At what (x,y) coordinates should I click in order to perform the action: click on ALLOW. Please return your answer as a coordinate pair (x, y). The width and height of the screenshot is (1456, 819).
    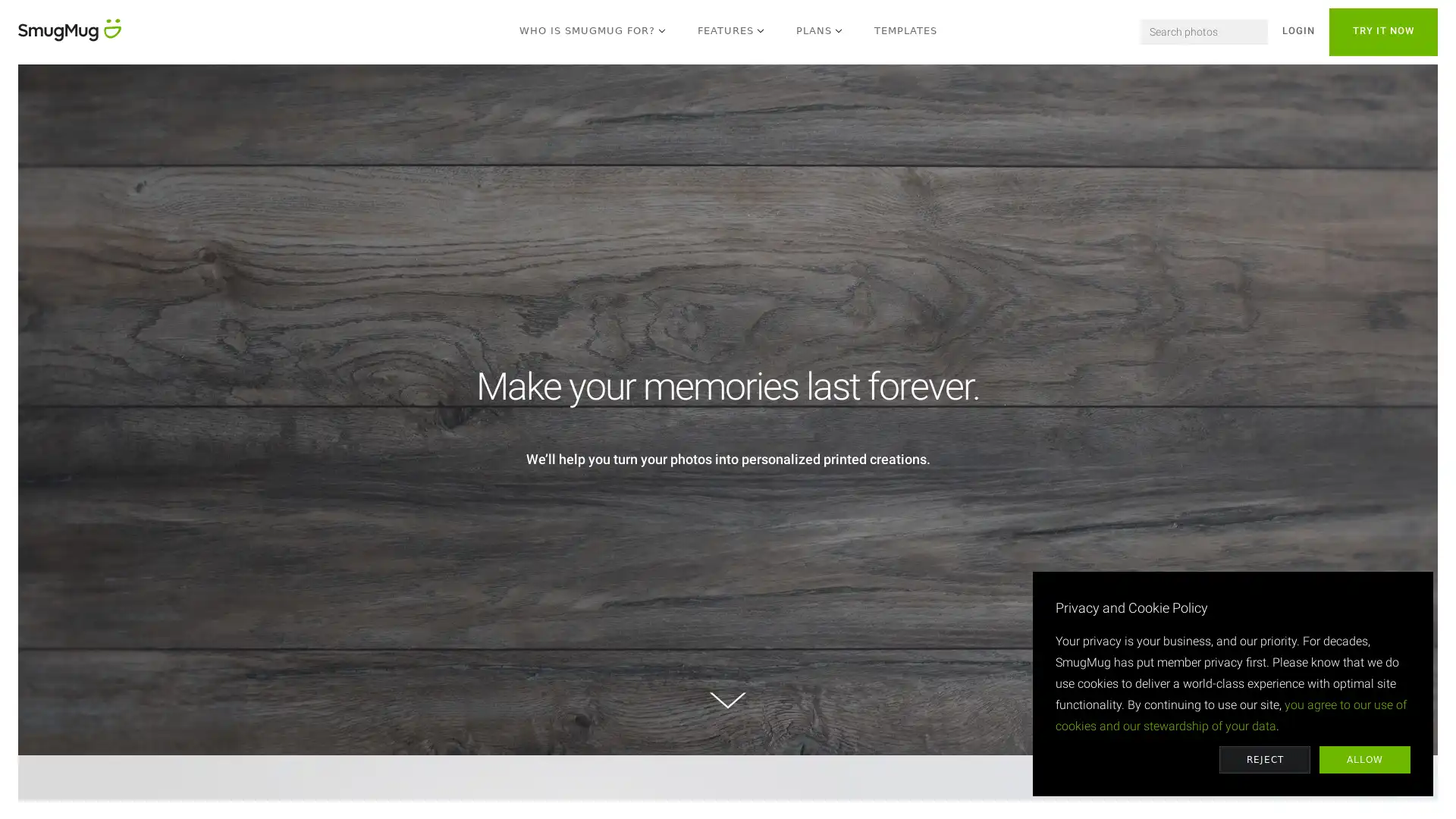
    Looking at the image, I should click on (1365, 760).